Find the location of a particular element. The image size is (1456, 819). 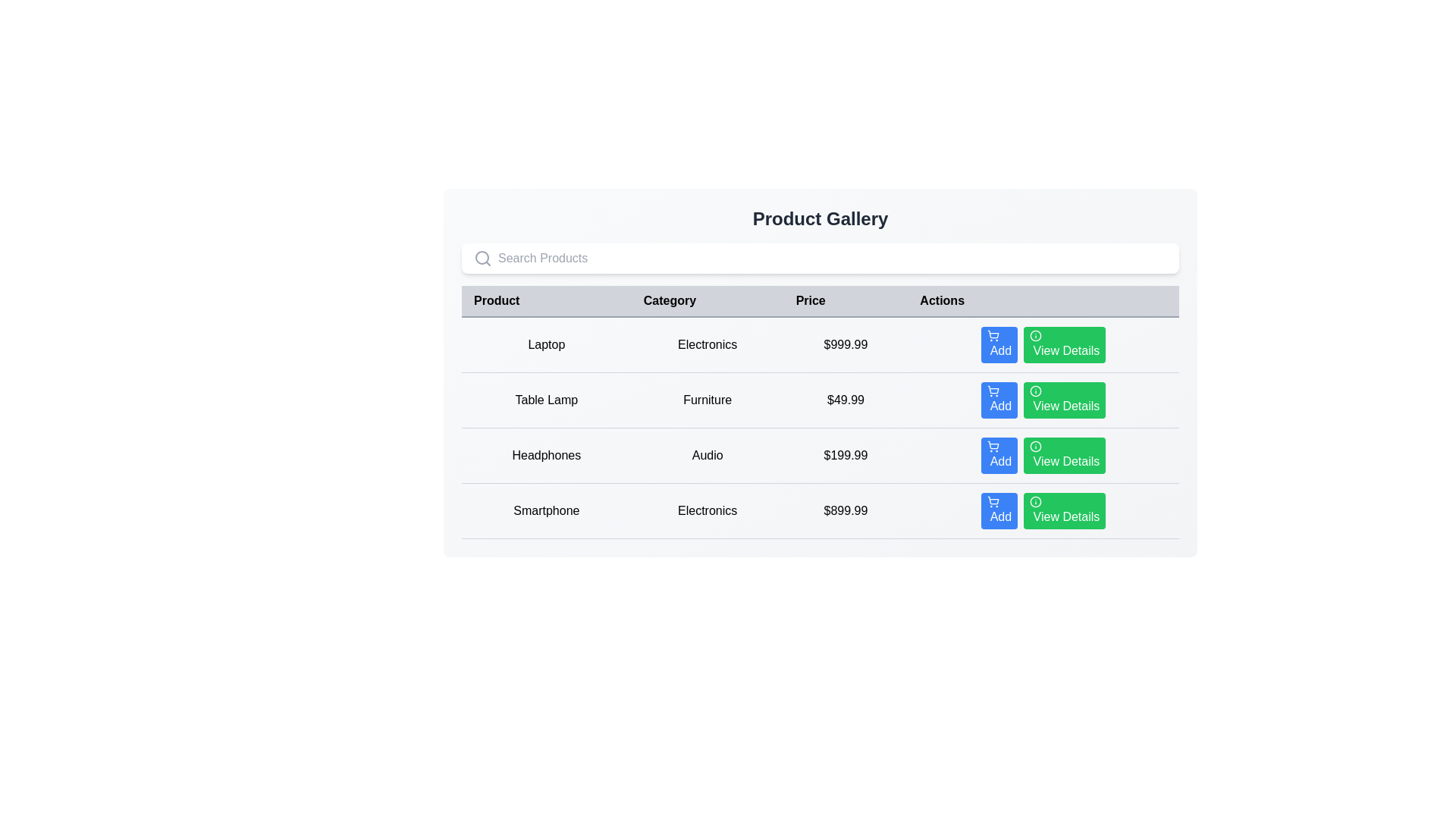

the button located in the third row under the 'Actions' column of the data table is located at coordinates (1064, 455).